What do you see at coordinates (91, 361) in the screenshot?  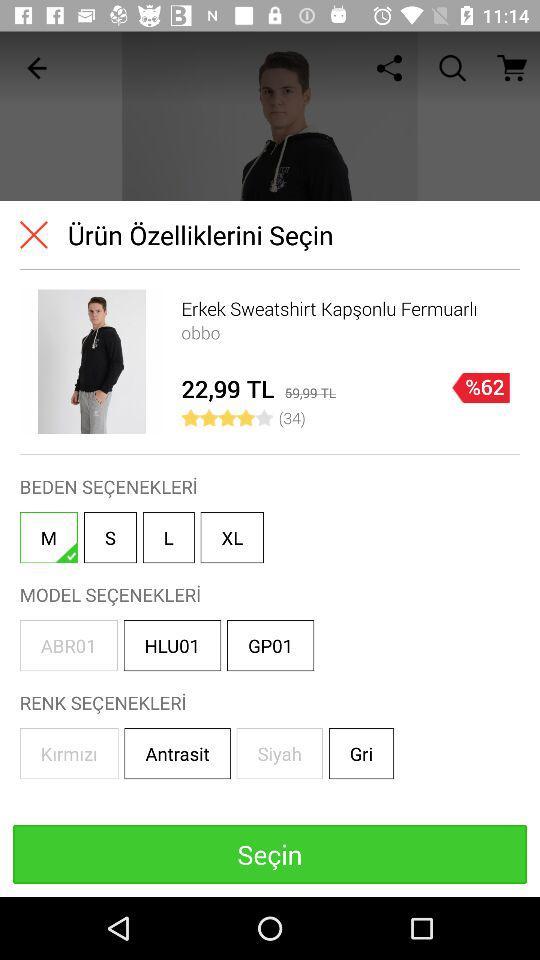 I see `the image which is above the beden secenekleri` at bounding box center [91, 361].